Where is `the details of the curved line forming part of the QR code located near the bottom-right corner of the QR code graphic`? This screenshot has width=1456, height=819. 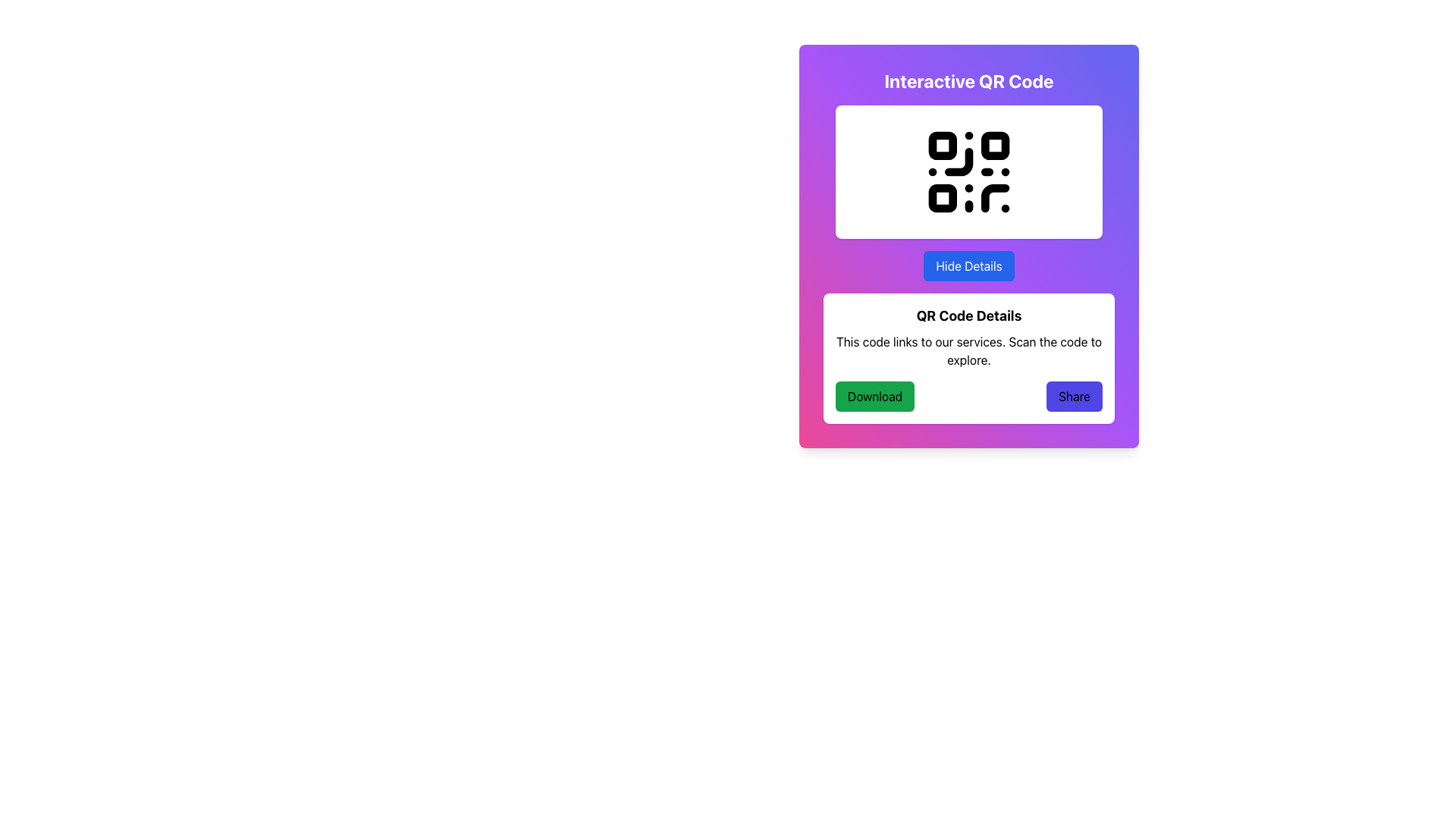 the details of the curved line forming part of the QR code located near the bottom-right corner of the QR code graphic is located at coordinates (994, 197).